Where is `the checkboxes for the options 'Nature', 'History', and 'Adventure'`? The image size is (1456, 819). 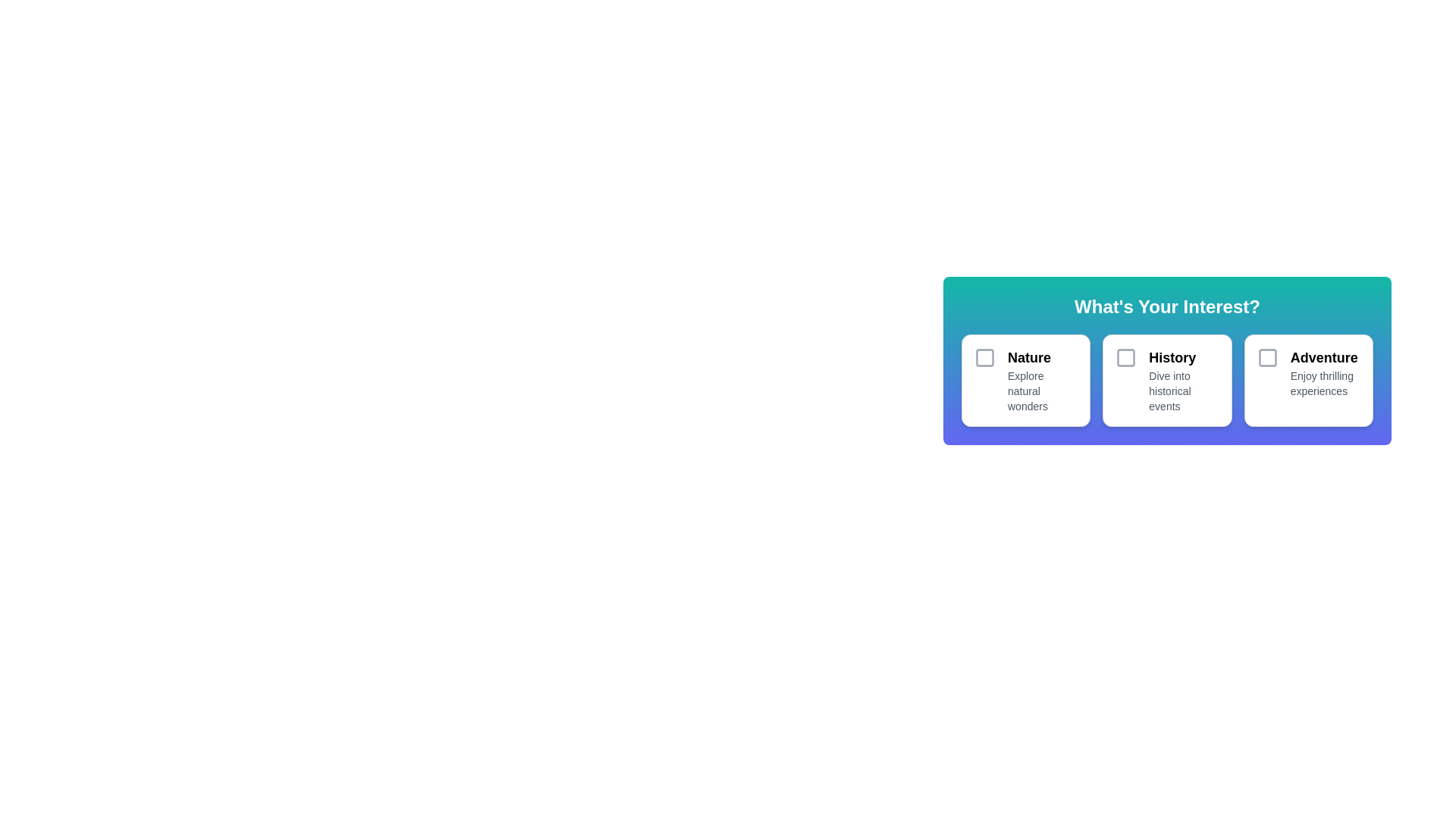
the checkboxes for the options 'Nature', 'History', and 'Adventure' is located at coordinates (1166, 360).